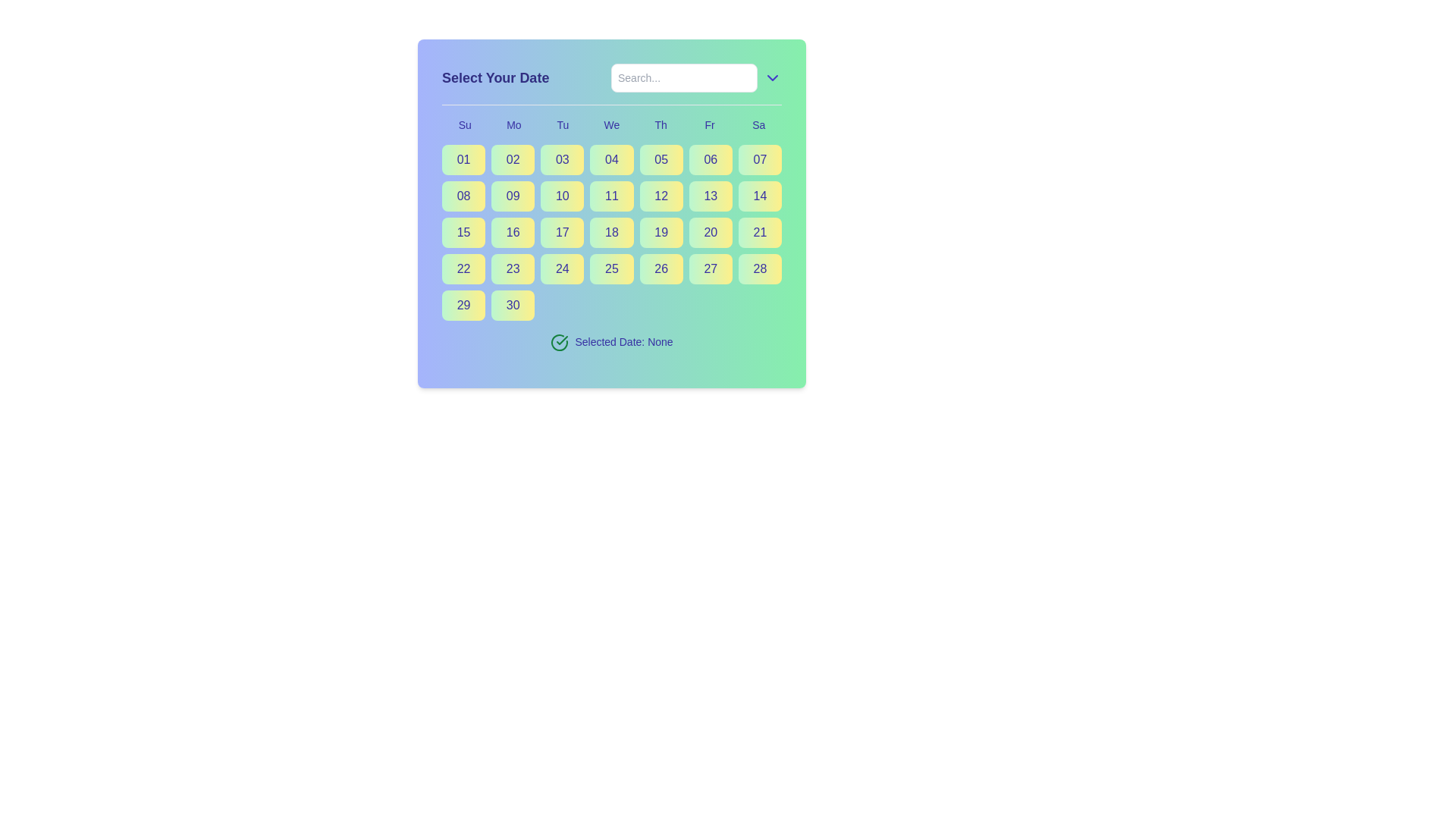  What do you see at coordinates (559, 342) in the screenshot?
I see `the circular green icon with a checkmark that indicates the selection status, located to the left of the text 'Selected Date: None'` at bounding box center [559, 342].